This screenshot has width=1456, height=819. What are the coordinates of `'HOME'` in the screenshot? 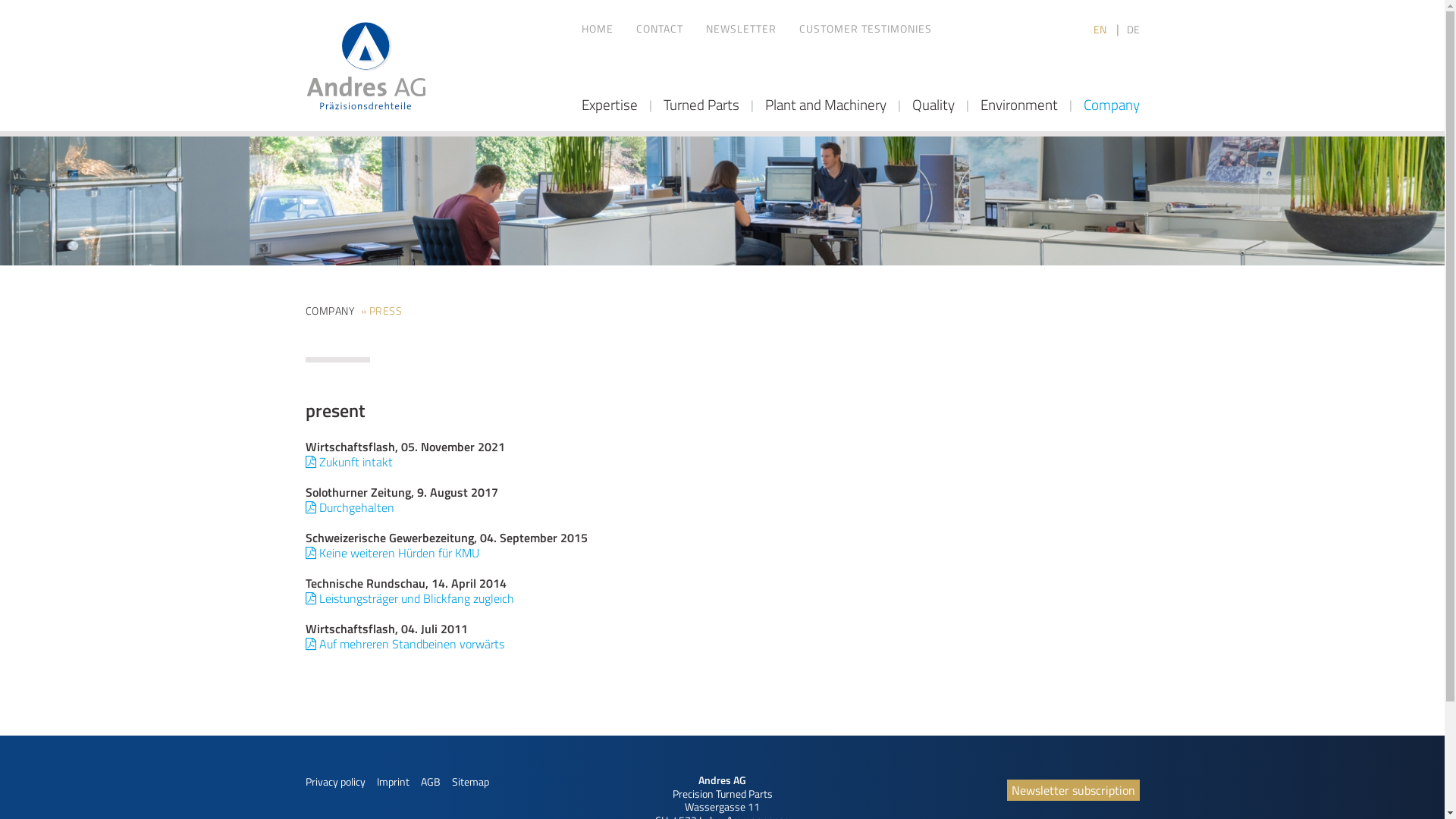 It's located at (596, 29).